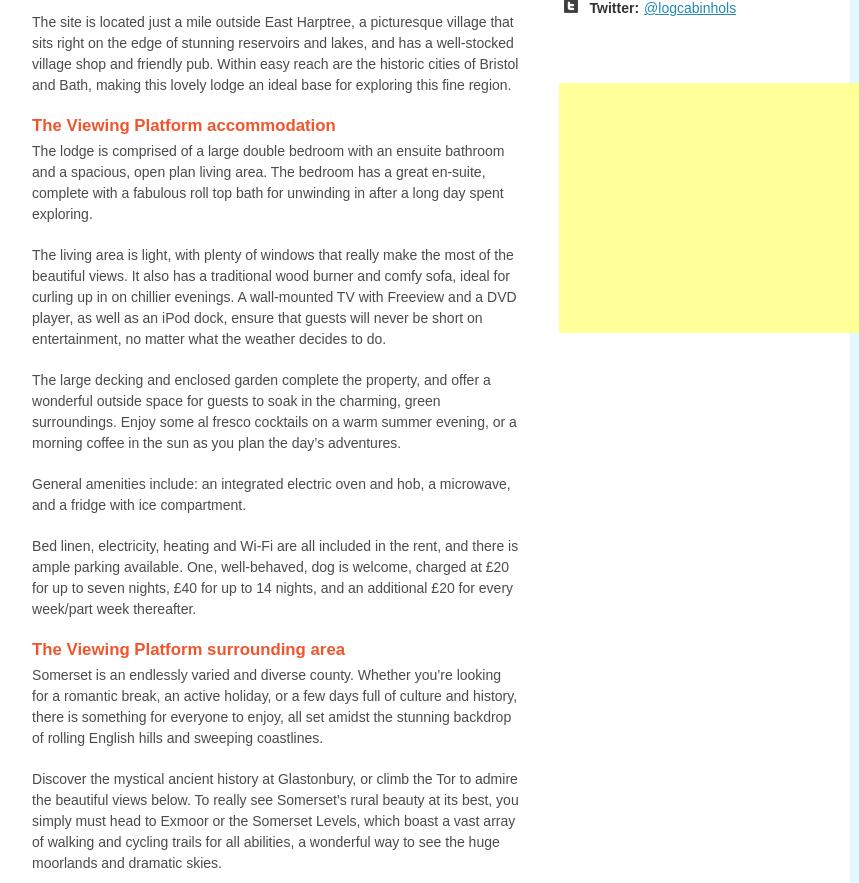 The height and width of the screenshot is (883, 859). What do you see at coordinates (187, 648) in the screenshot?
I see `'The Viewing Platform surrounding area'` at bounding box center [187, 648].